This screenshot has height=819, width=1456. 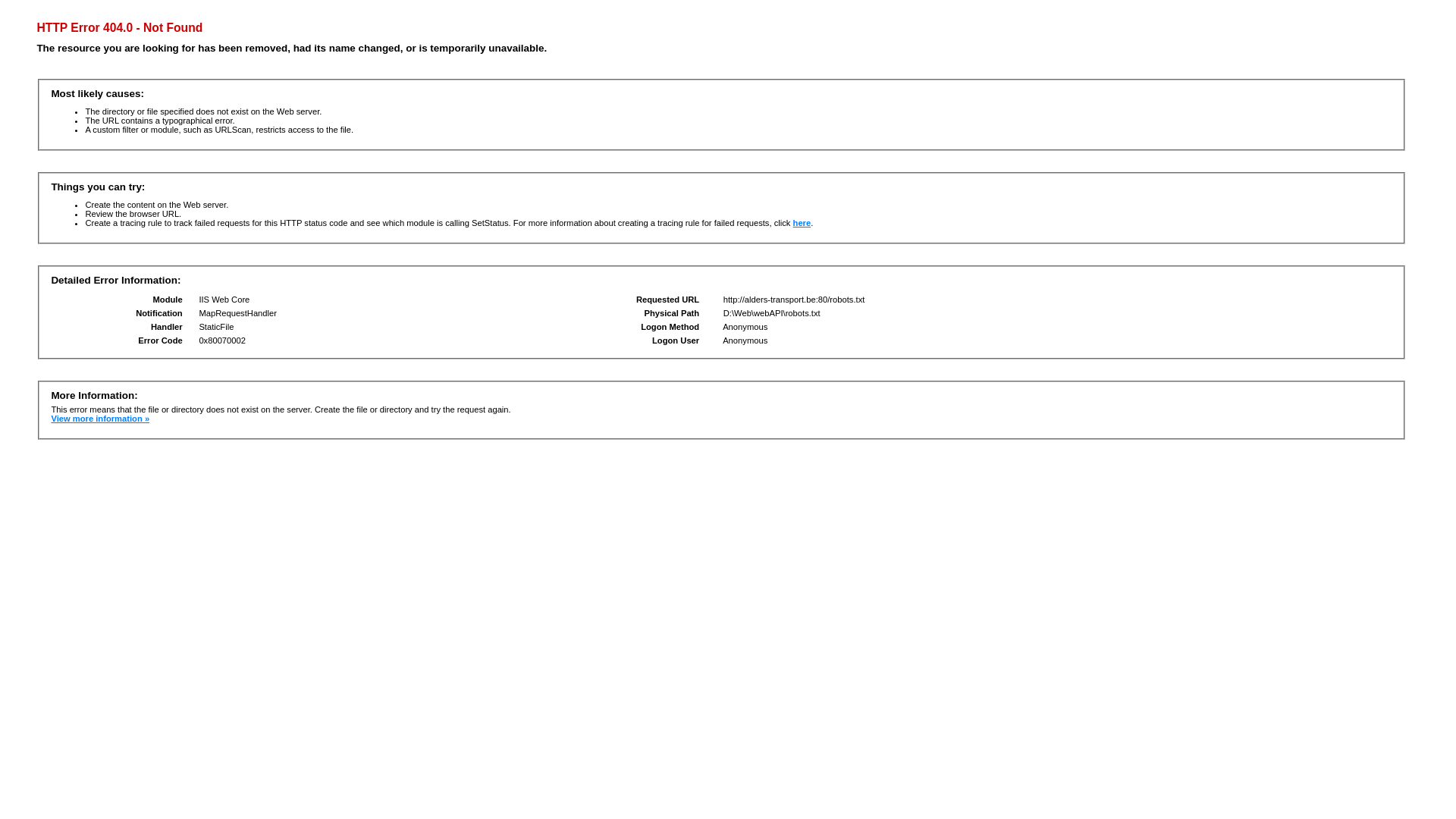 I want to click on 'here', so click(x=792, y=222).